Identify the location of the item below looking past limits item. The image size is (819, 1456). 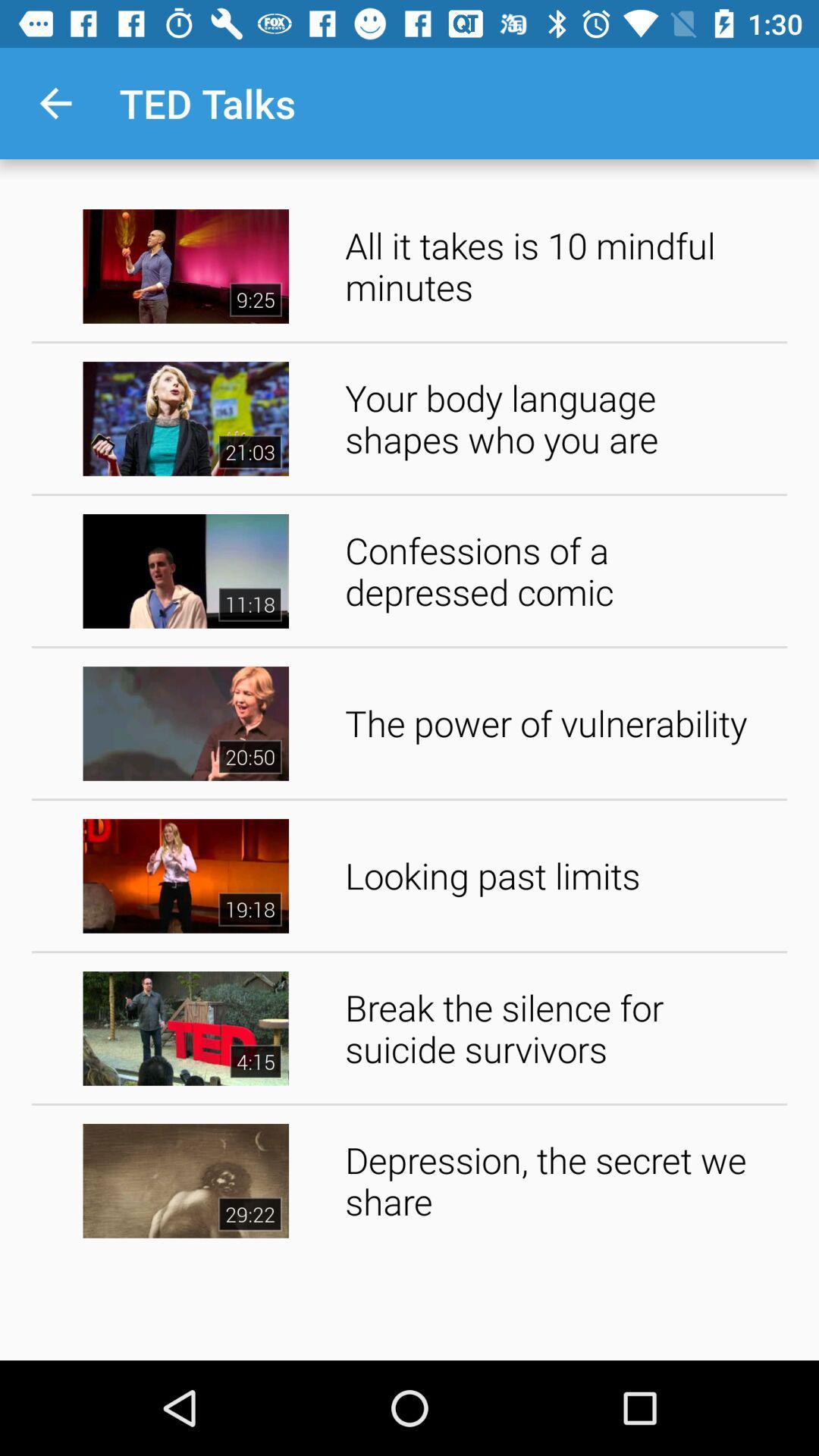
(560, 1028).